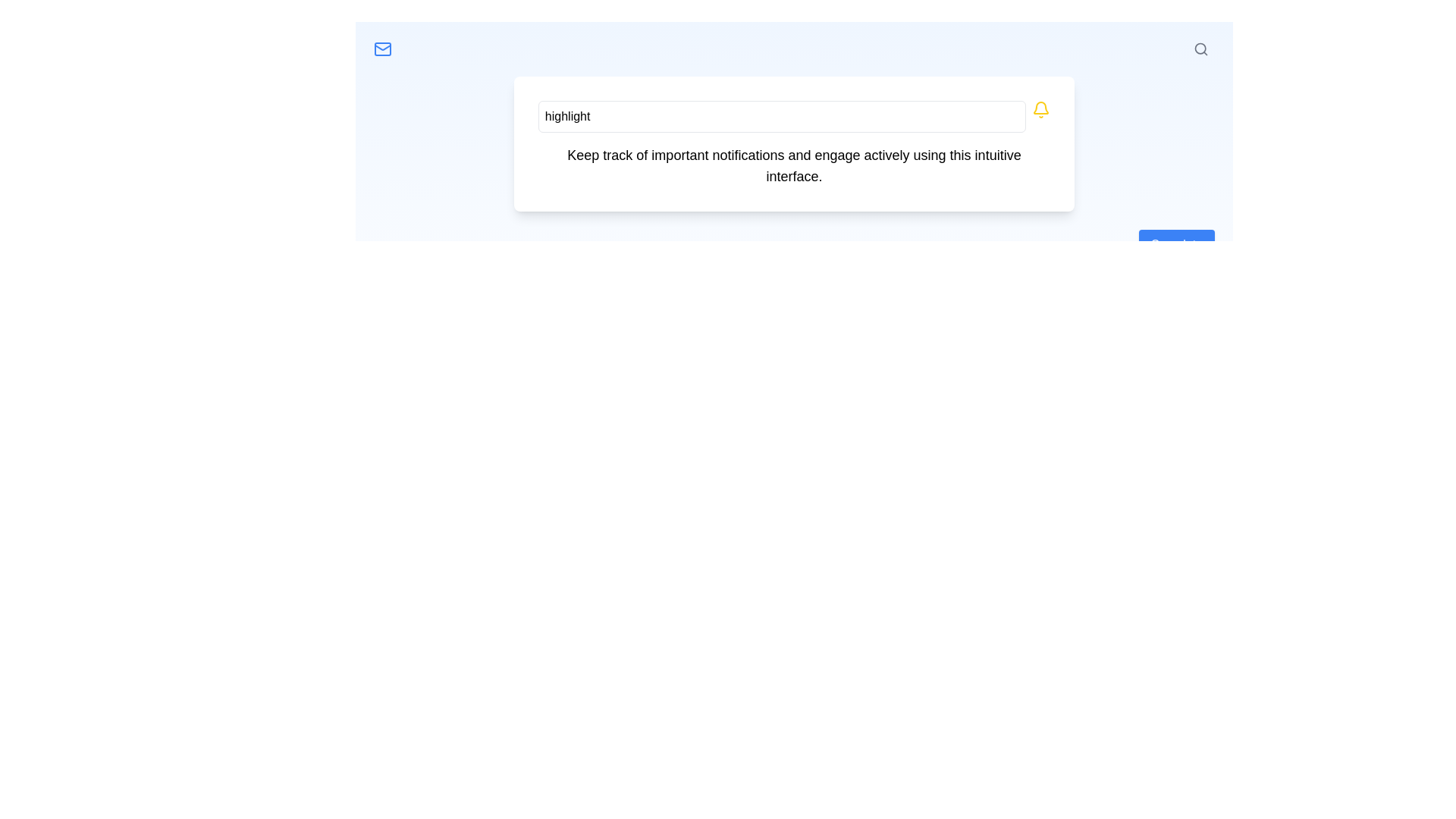 This screenshot has width=1456, height=819. Describe the element at coordinates (793, 166) in the screenshot. I see `the text block that reads 'Keep track of important notifications and engage actively using this intuitive interface.' located below the text input field and bell icon within a white card` at that location.